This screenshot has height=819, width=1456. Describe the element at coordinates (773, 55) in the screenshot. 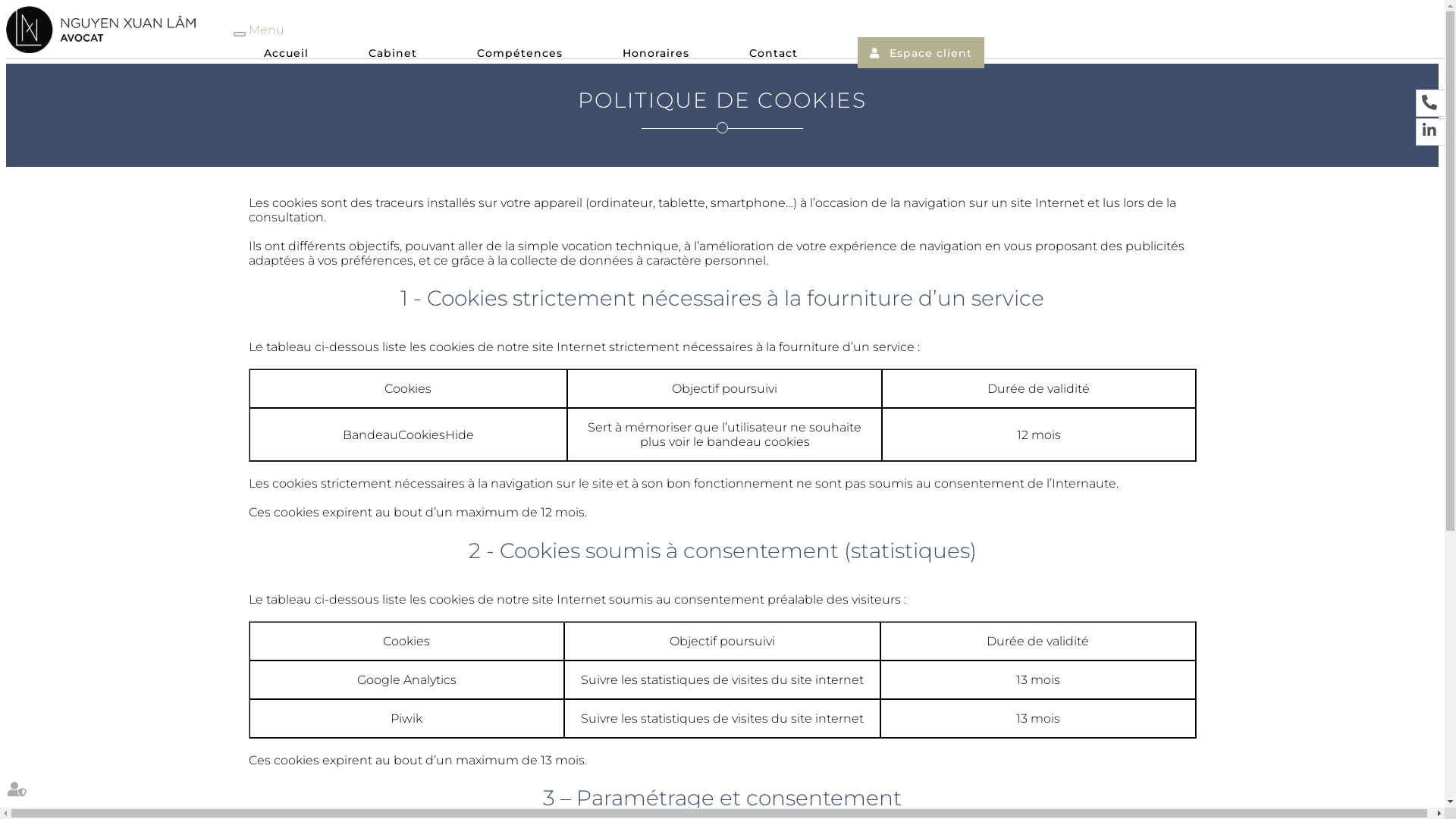

I see `'Contact'` at that location.